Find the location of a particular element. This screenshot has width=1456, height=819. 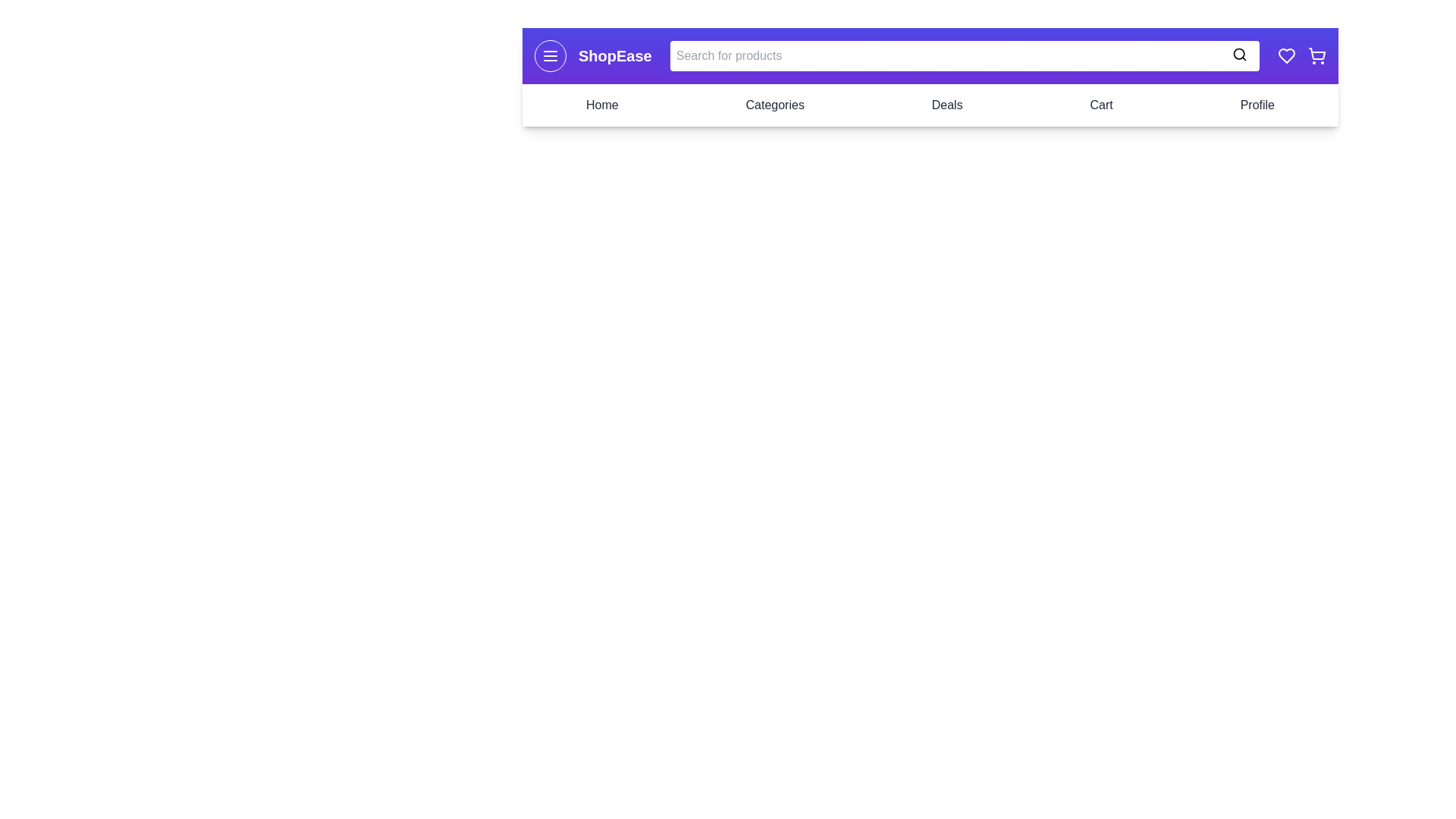

the navigation link Cart to navigate to the respective section is located at coordinates (1100, 104).